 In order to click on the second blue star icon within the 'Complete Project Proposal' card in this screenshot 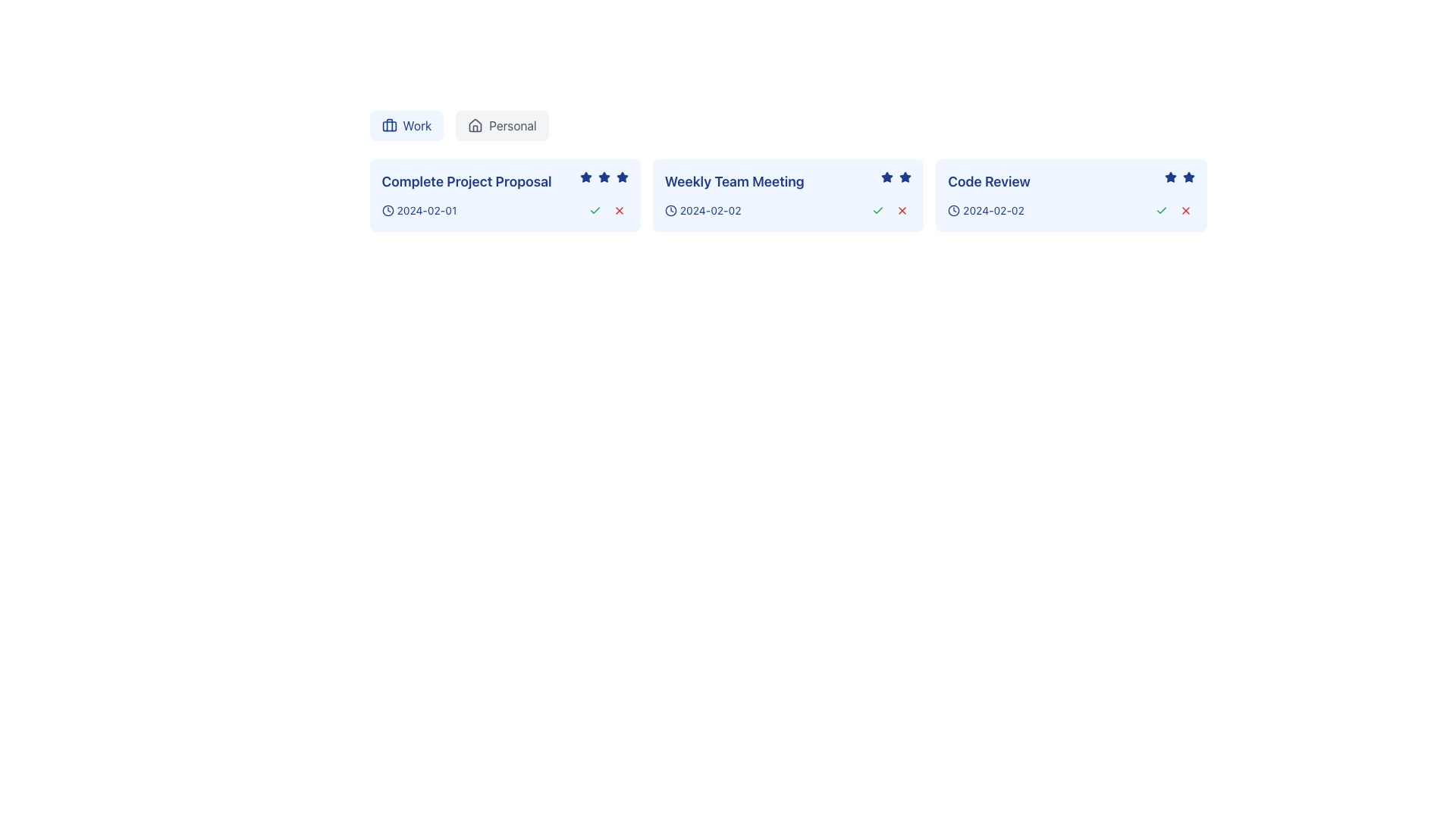, I will do `click(622, 176)`.